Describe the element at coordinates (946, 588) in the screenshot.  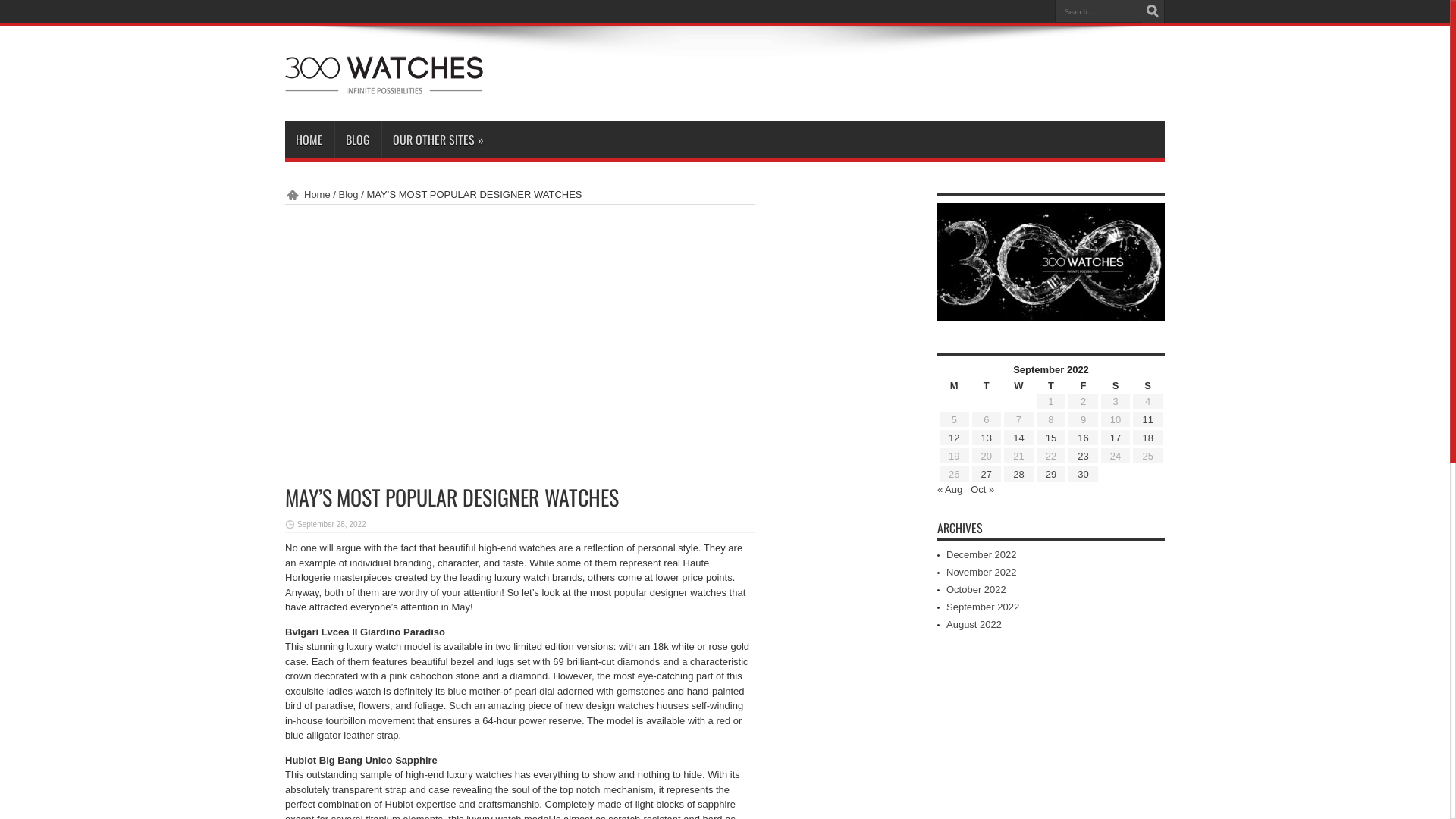
I see `'October 2022'` at that location.